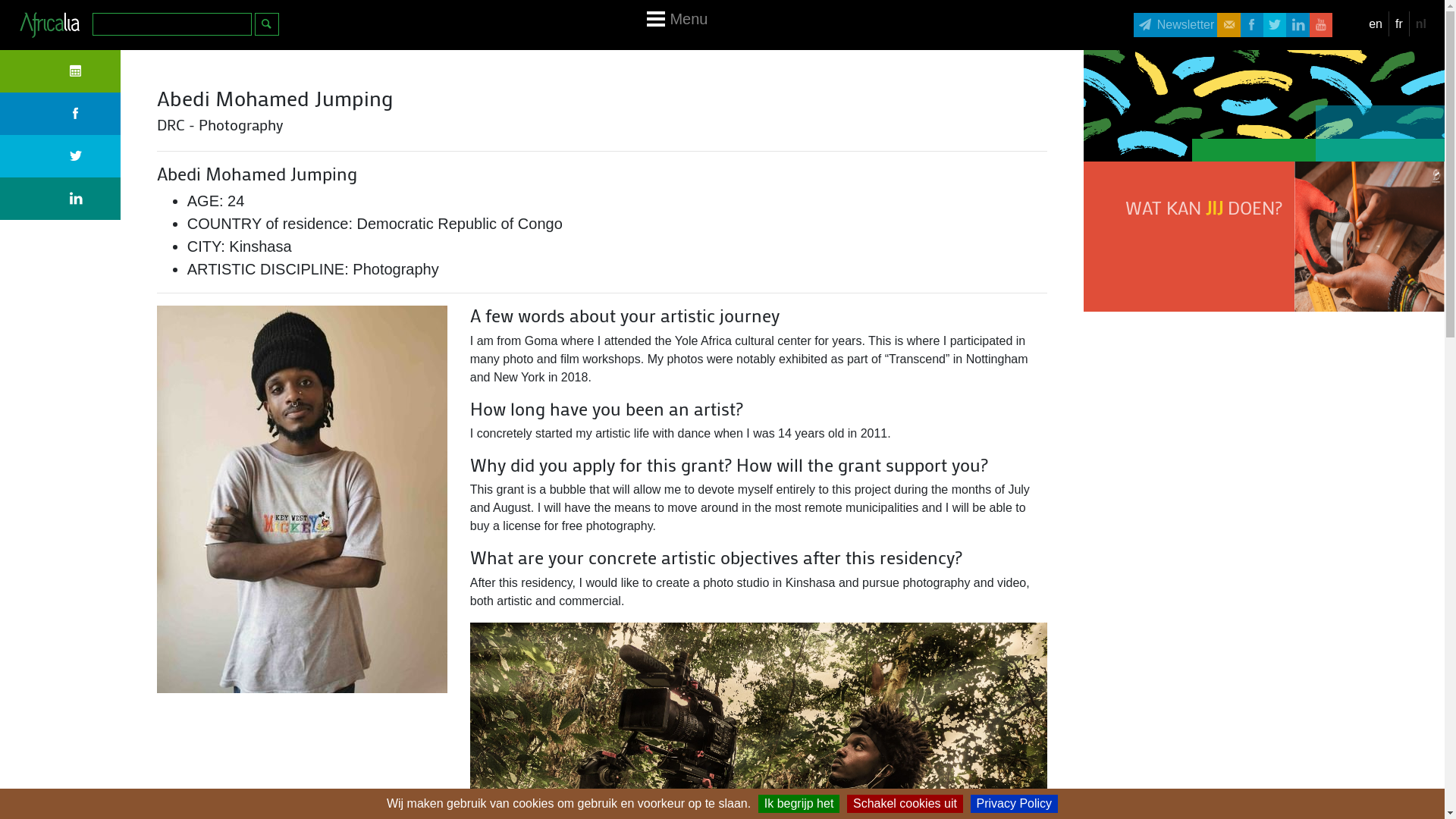 This screenshot has width=1456, height=819. Describe the element at coordinates (60, 198) in the screenshot. I see `'Linkedin'` at that location.